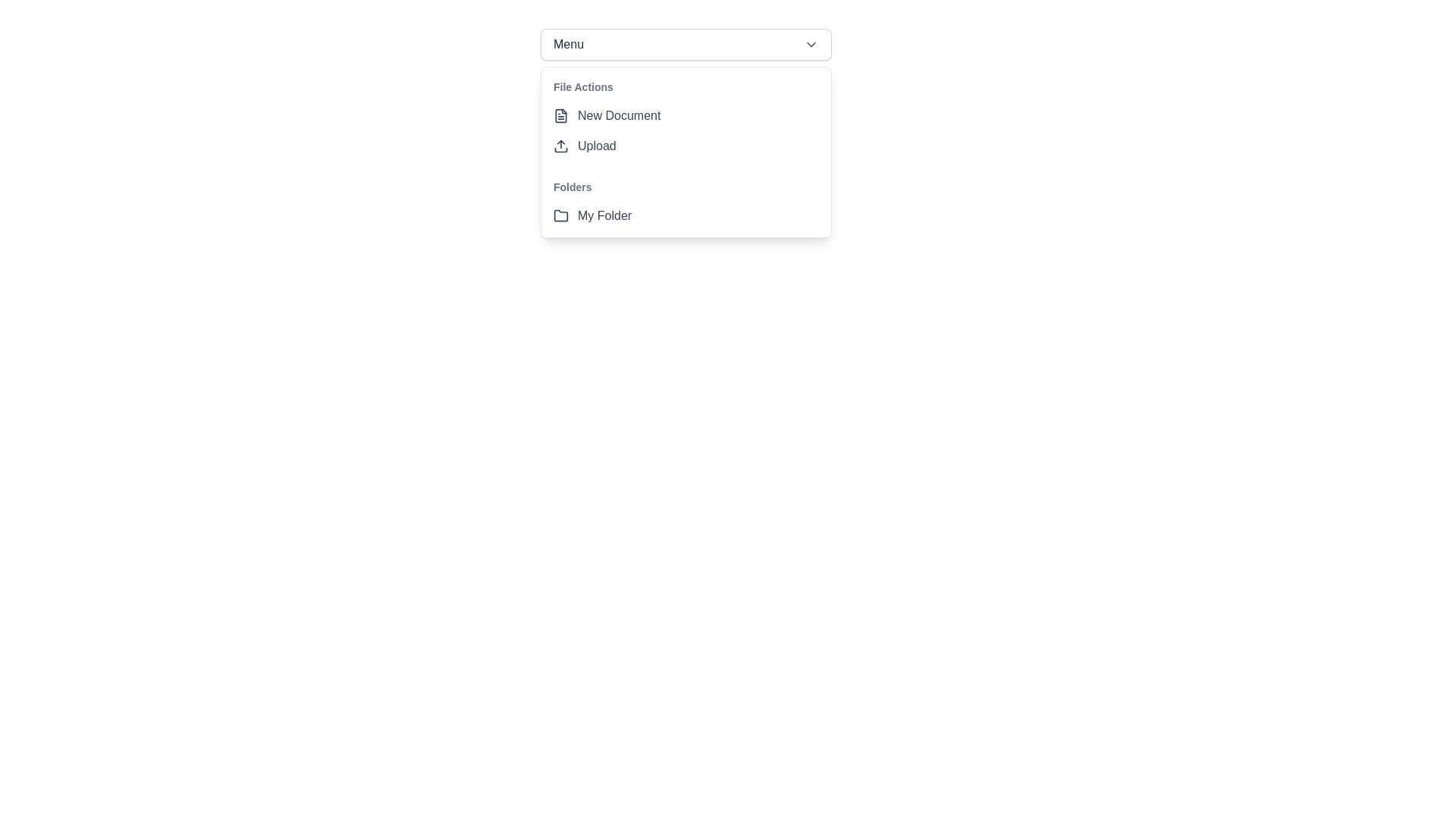  Describe the element at coordinates (560, 216) in the screenshot. I see `the folder icon located to the left of the 'My Folder' text label in the dropdown list` at that location.